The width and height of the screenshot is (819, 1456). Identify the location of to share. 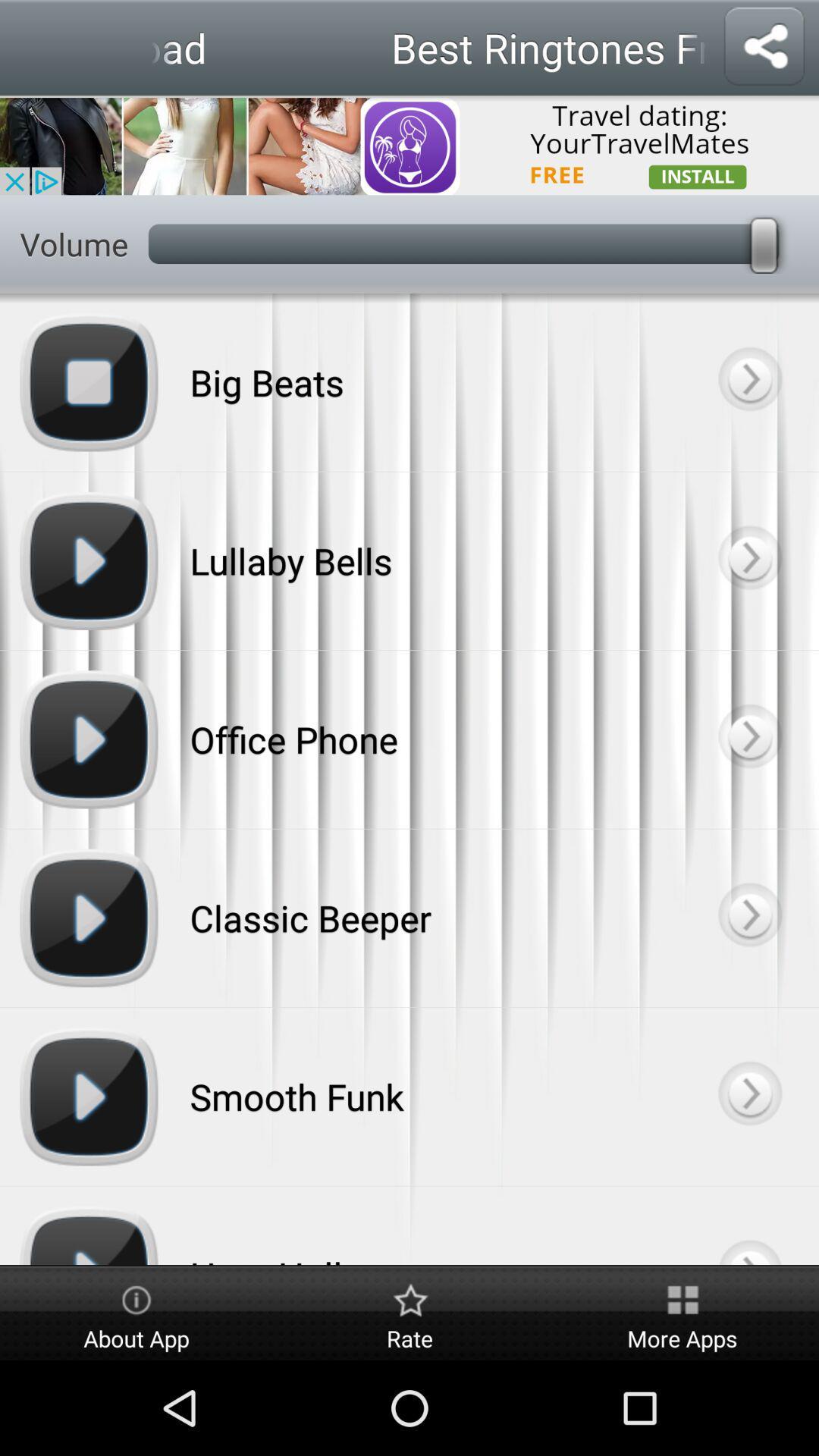
(764, 47).